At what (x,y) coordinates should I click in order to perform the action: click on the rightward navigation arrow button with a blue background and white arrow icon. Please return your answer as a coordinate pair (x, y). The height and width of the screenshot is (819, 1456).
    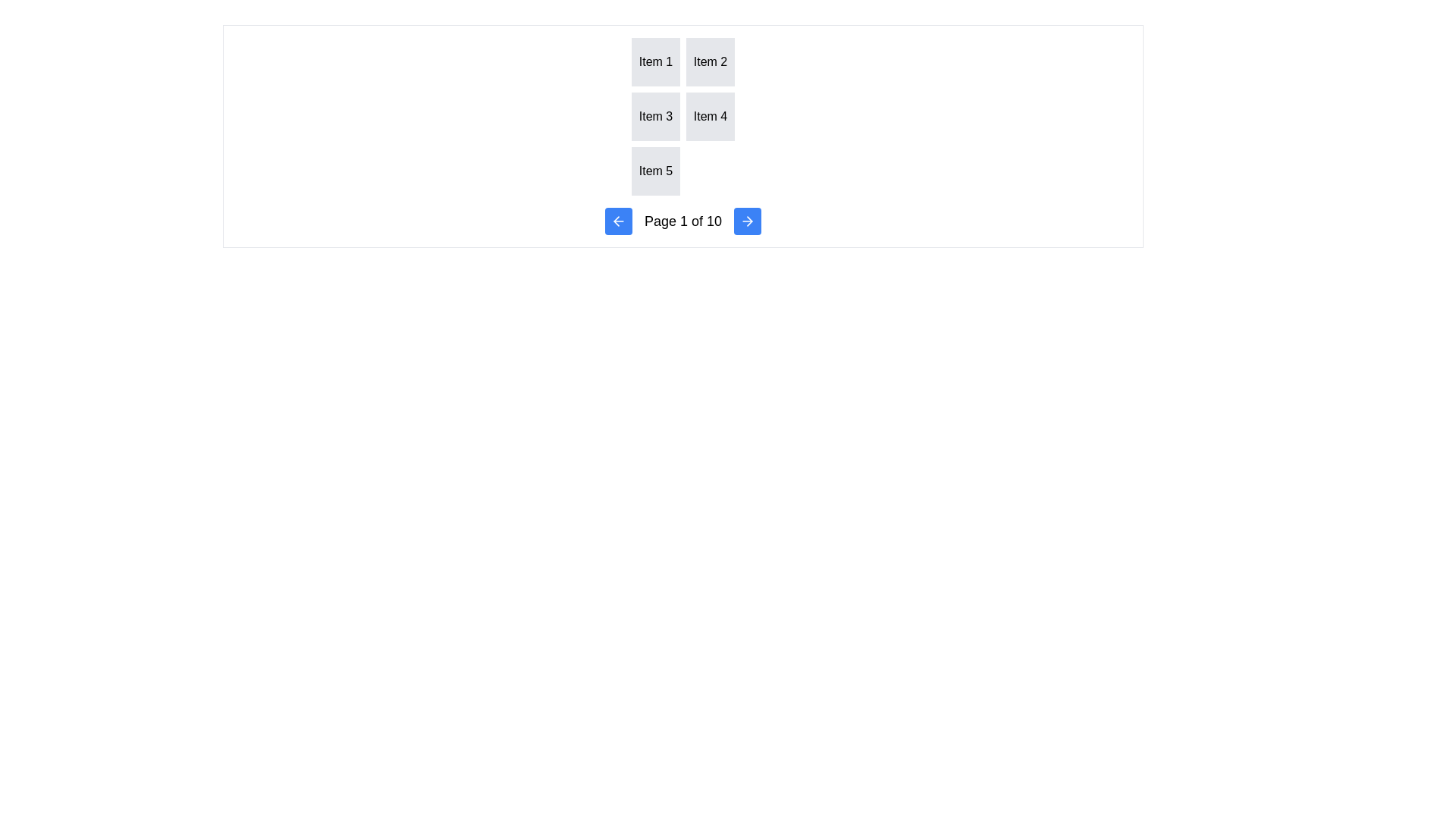
    Looking at the image, I should click on (748, 221).